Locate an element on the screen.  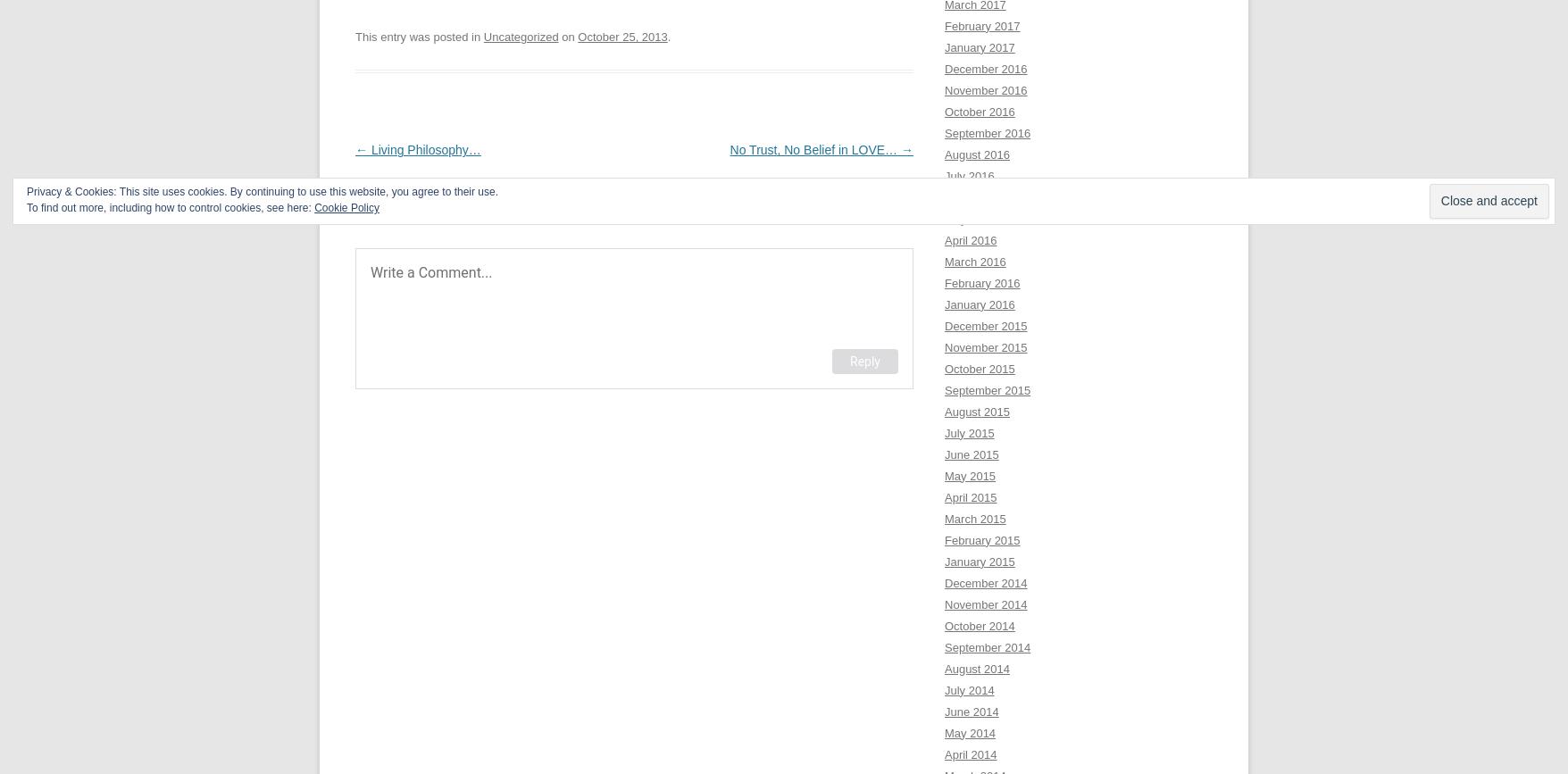
'September 2014' is located at coordinates (987, 645).